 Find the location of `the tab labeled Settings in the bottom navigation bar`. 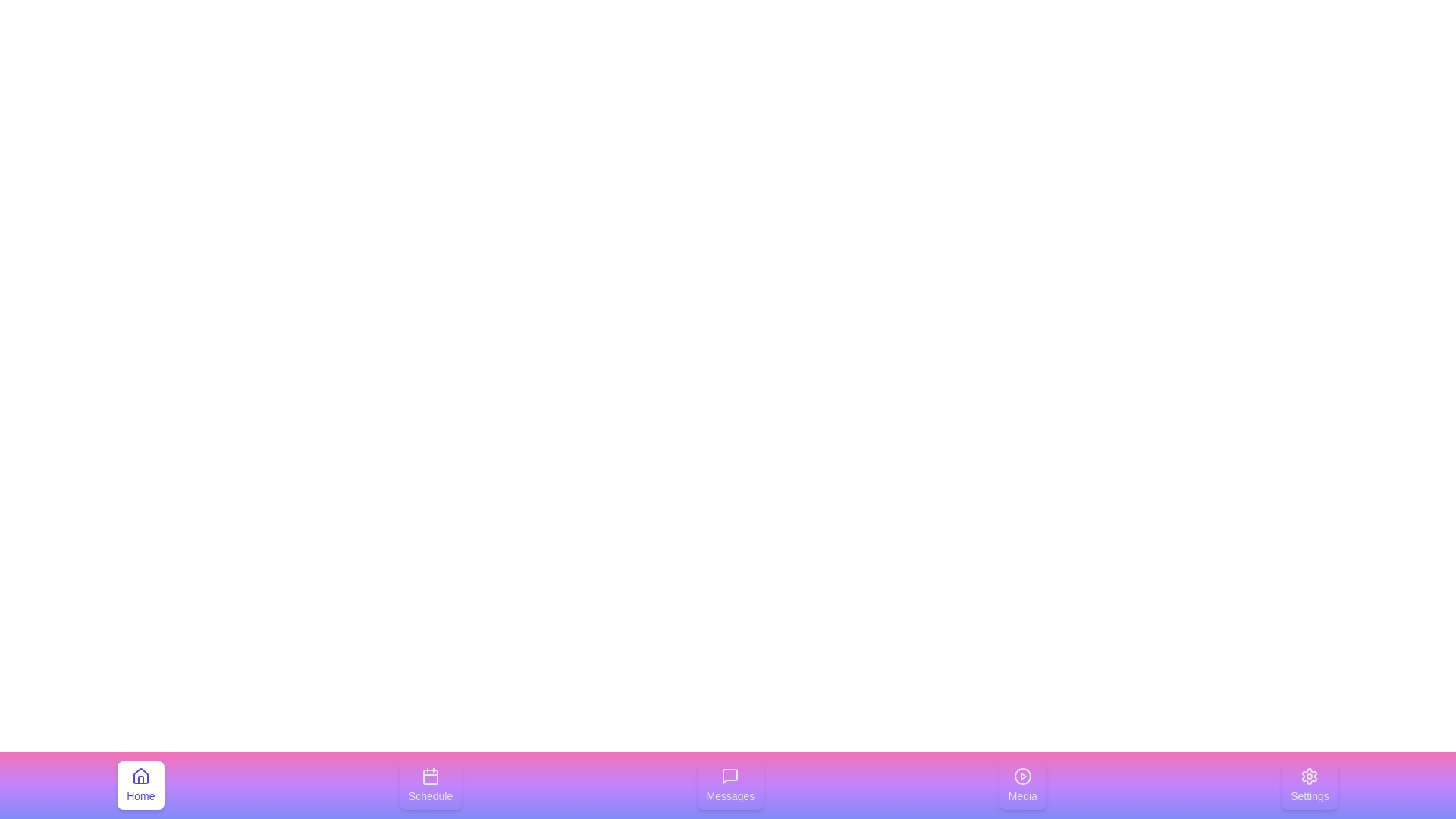

the tab labeled Settings in the bottom navigation bar is located at coordinates (1309, 785).